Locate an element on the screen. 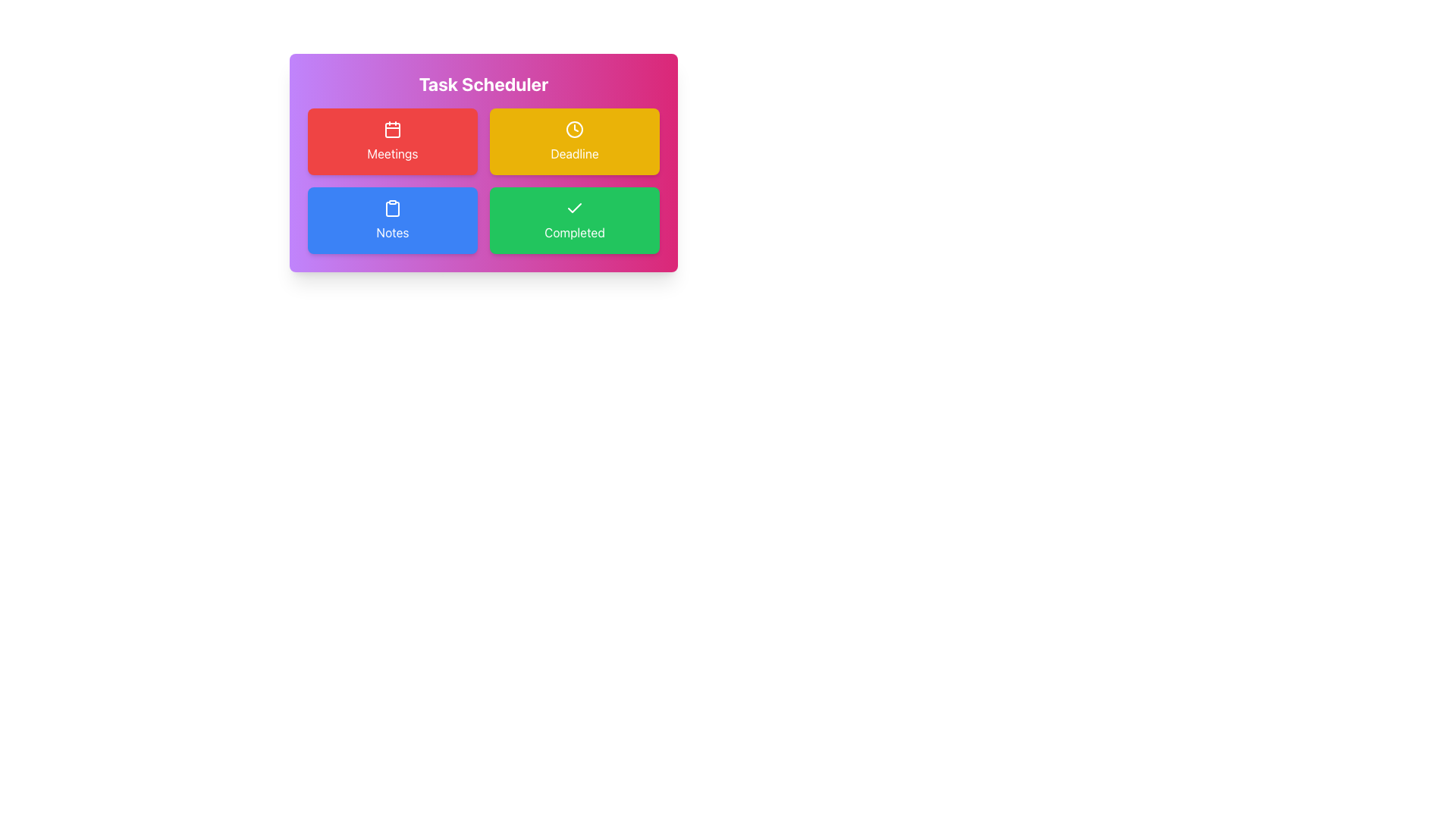 The image size is (1456, 819). the Circular Graphic (SVG Element) that symbolizes a clock face associated with the 'Deadline' label is located at coordinates (574, 128).